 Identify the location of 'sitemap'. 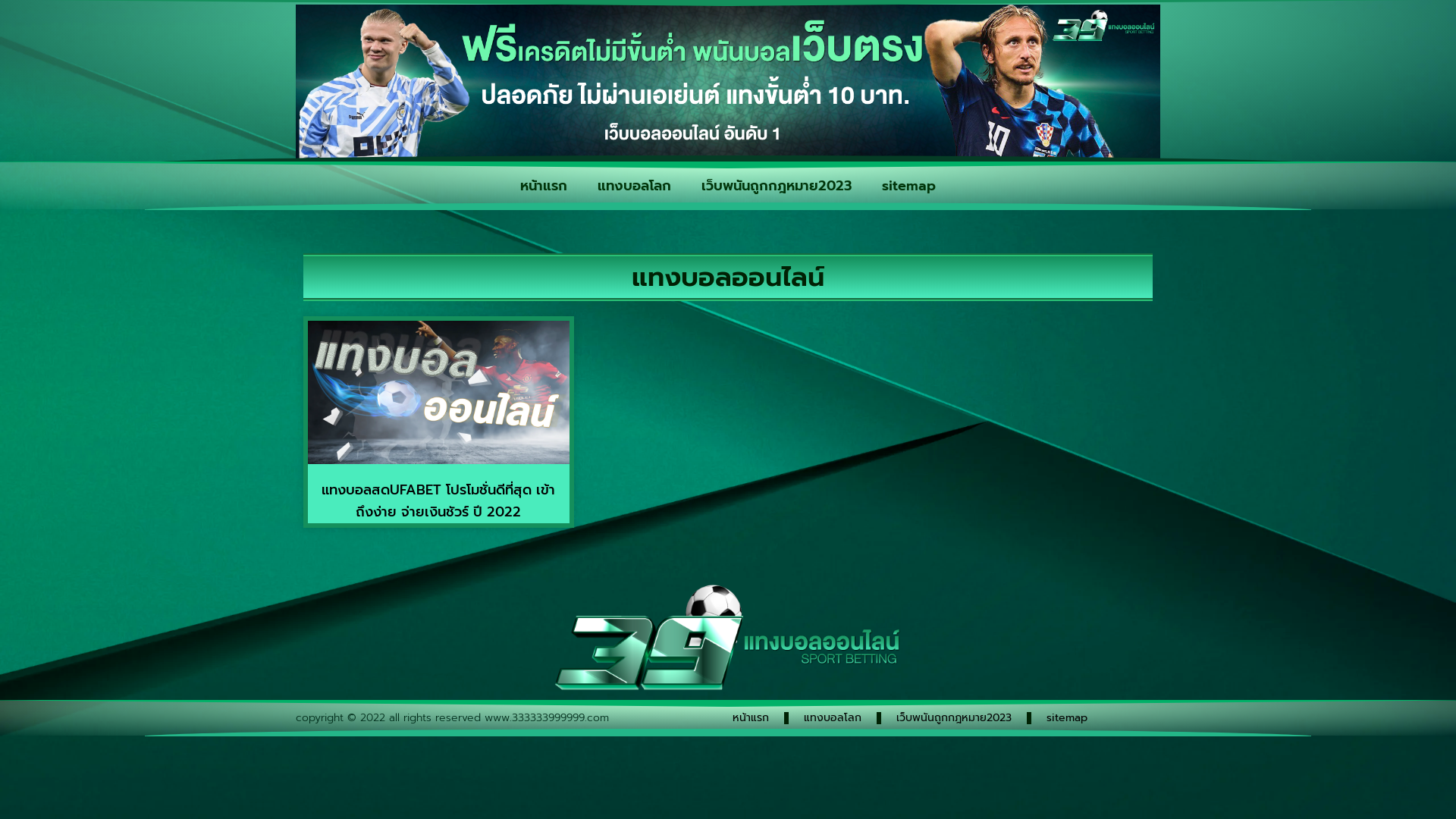
(1065, 717).